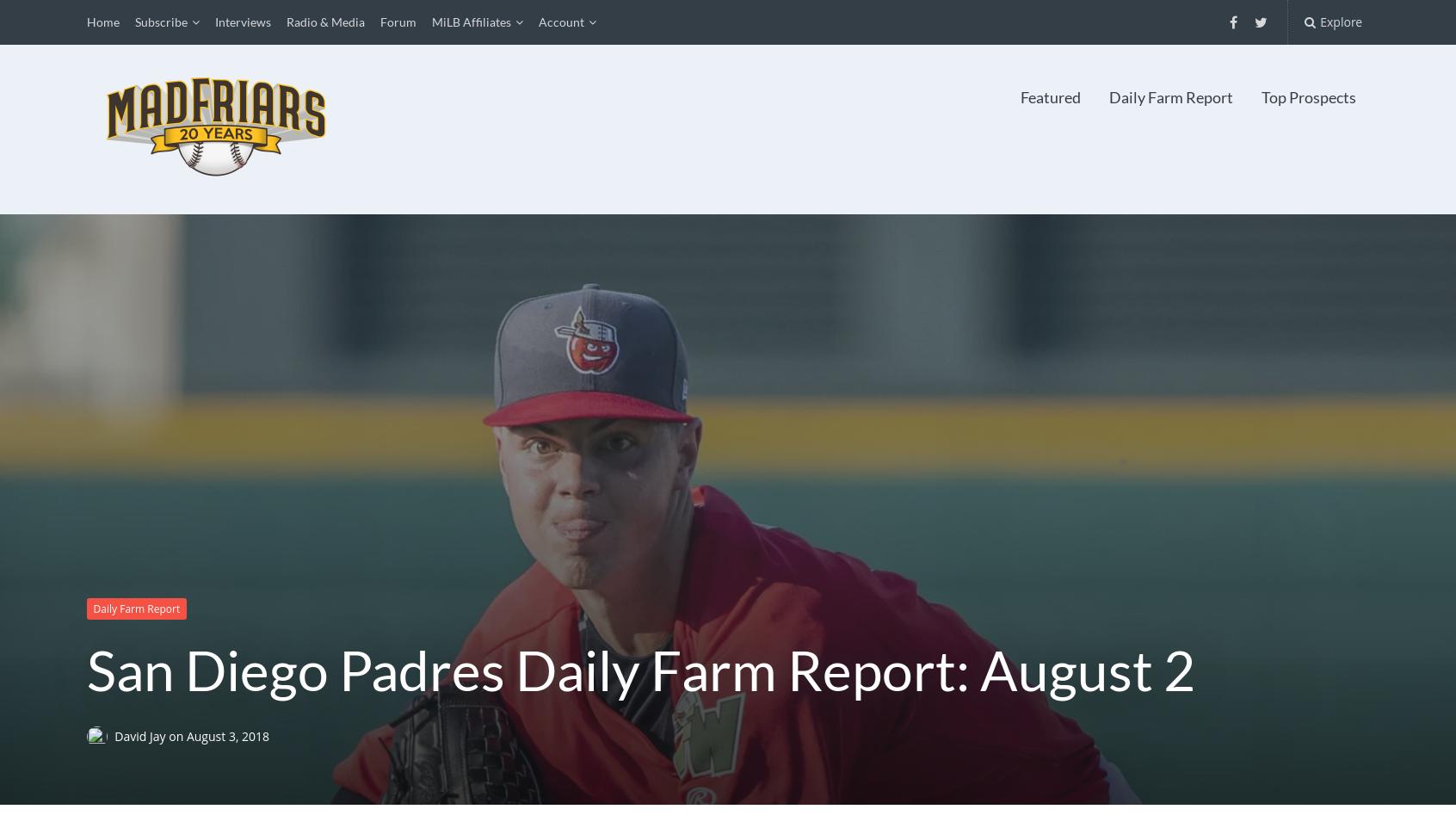  Describe the element at coordinates (114, 734) in the screenshot. I see `'David Jay'` at that location.